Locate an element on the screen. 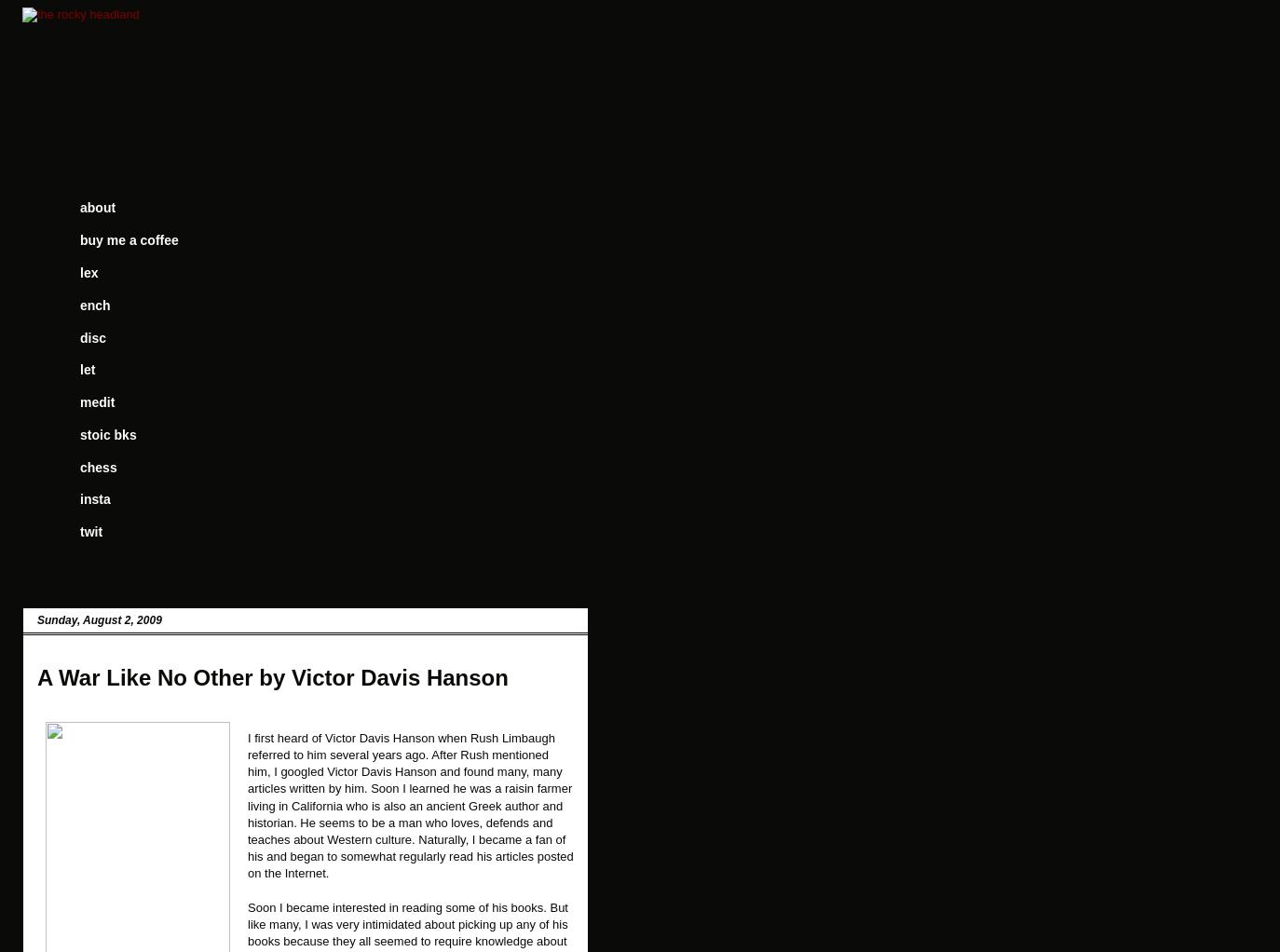 The height and width of the screenshot is (952, 1280). 'medit' is located at coordinates (96, 401).